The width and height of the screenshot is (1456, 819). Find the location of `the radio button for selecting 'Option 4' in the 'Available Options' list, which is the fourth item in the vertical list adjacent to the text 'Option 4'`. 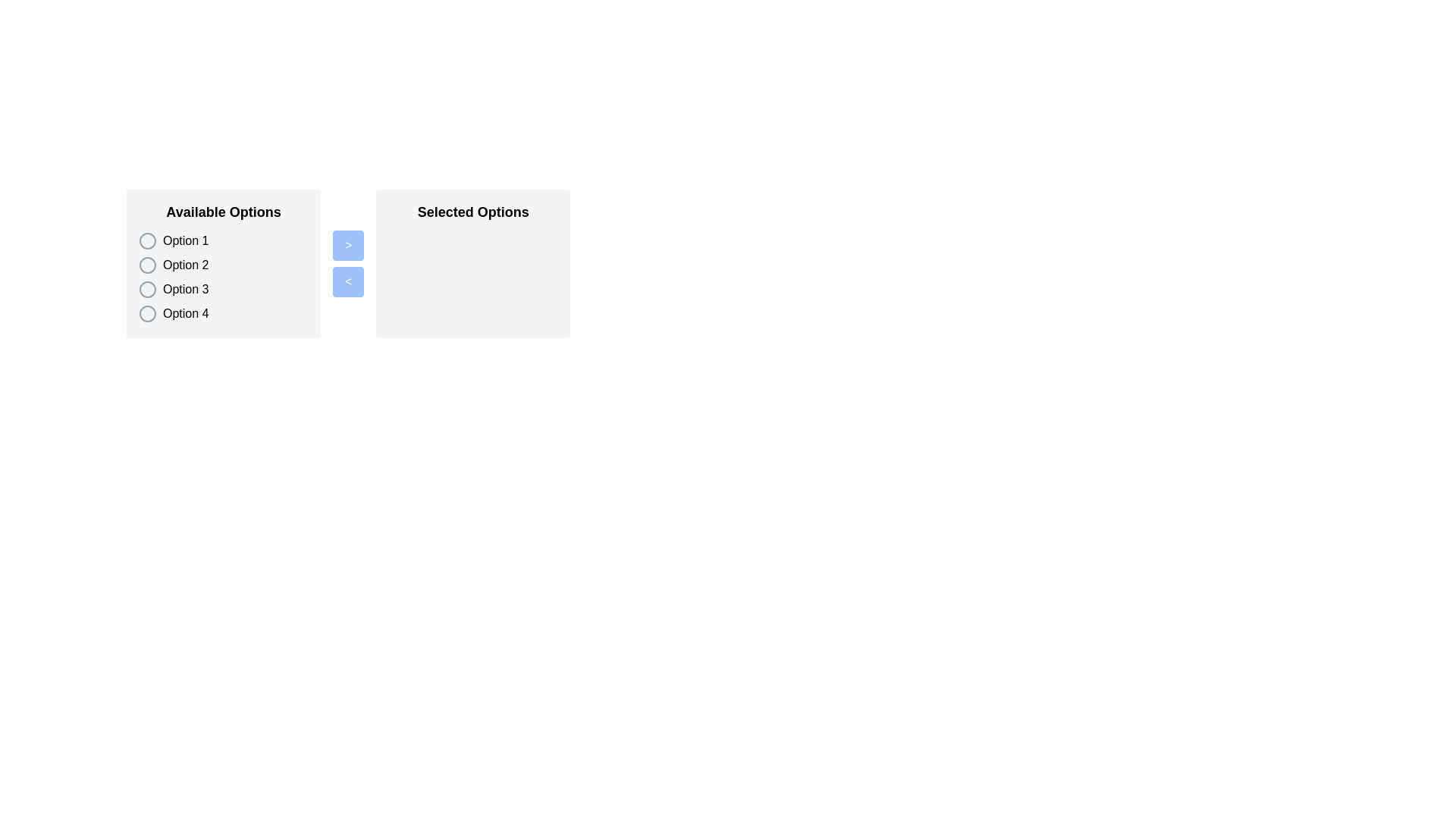

the radio button for selecting 'Option 4' in the 'Available Options' list, which is the fourth item in the vertical list adjacent to the text 'Option 4' is located at coordinates (148, 312).